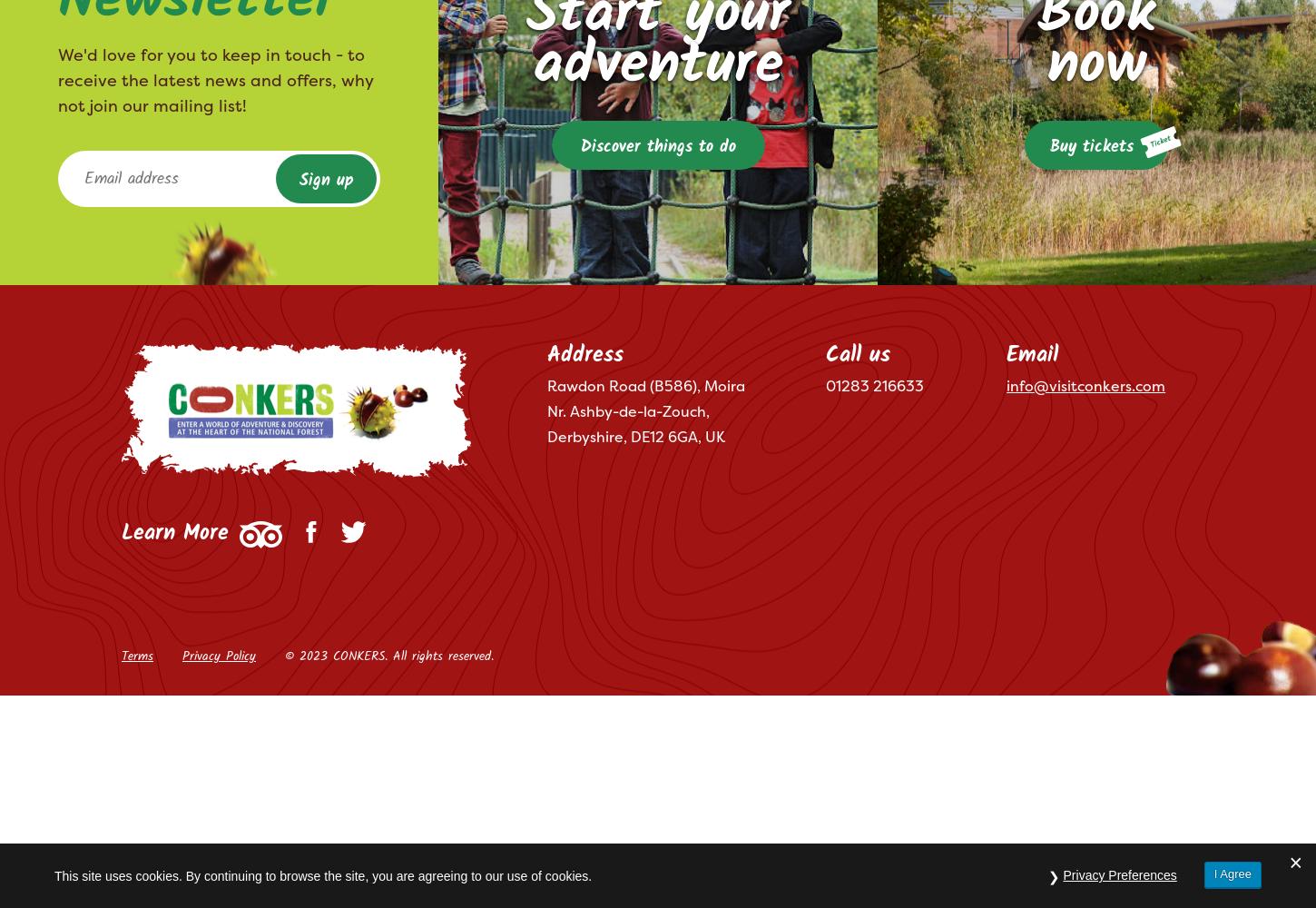  Describe the element at coordinates (656, 146) in the screenshot. I see `'Discover things to do'` at that location.